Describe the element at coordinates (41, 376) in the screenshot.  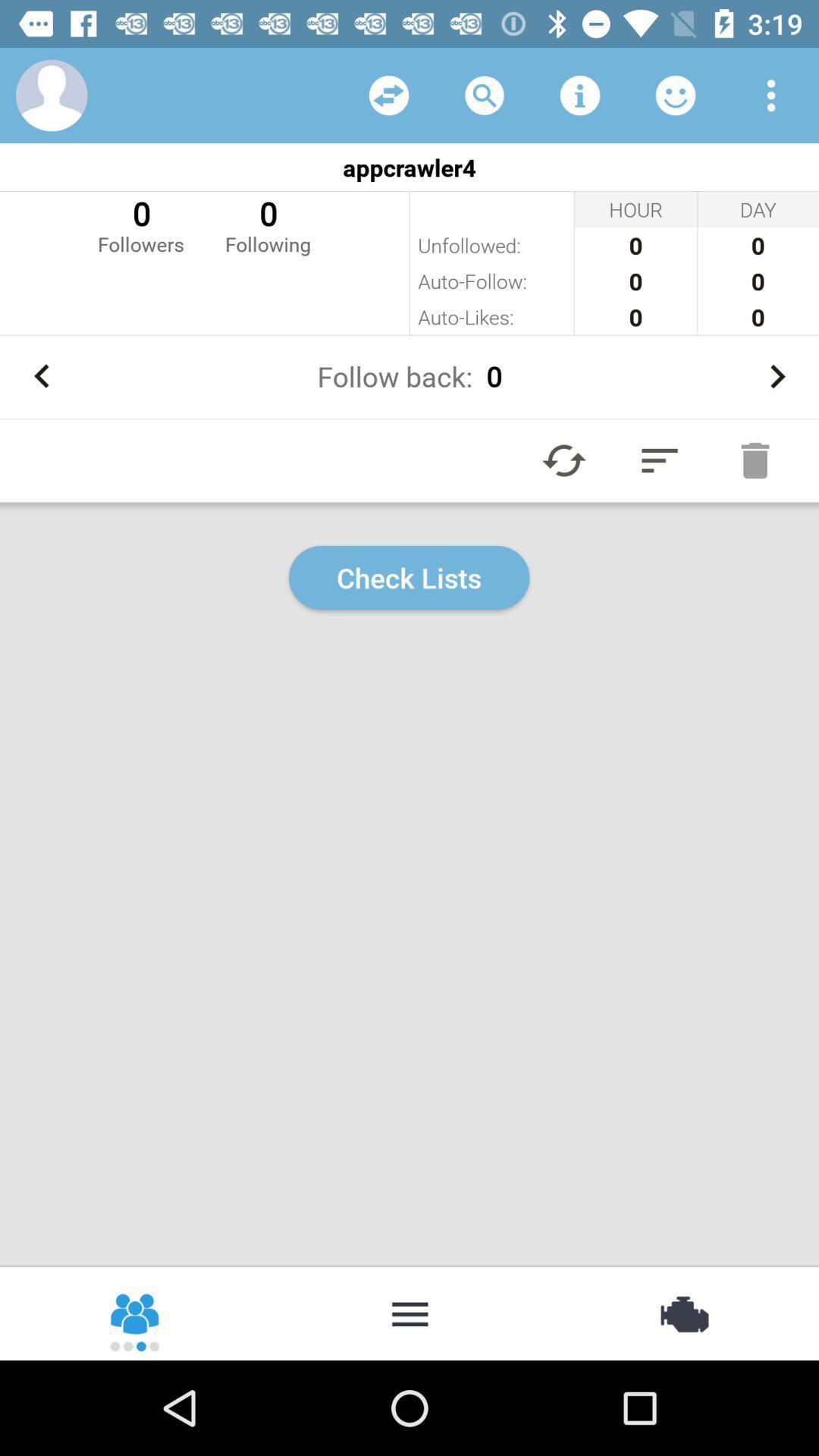
I see `icon to the left of follow back:  0 icon` at that location.